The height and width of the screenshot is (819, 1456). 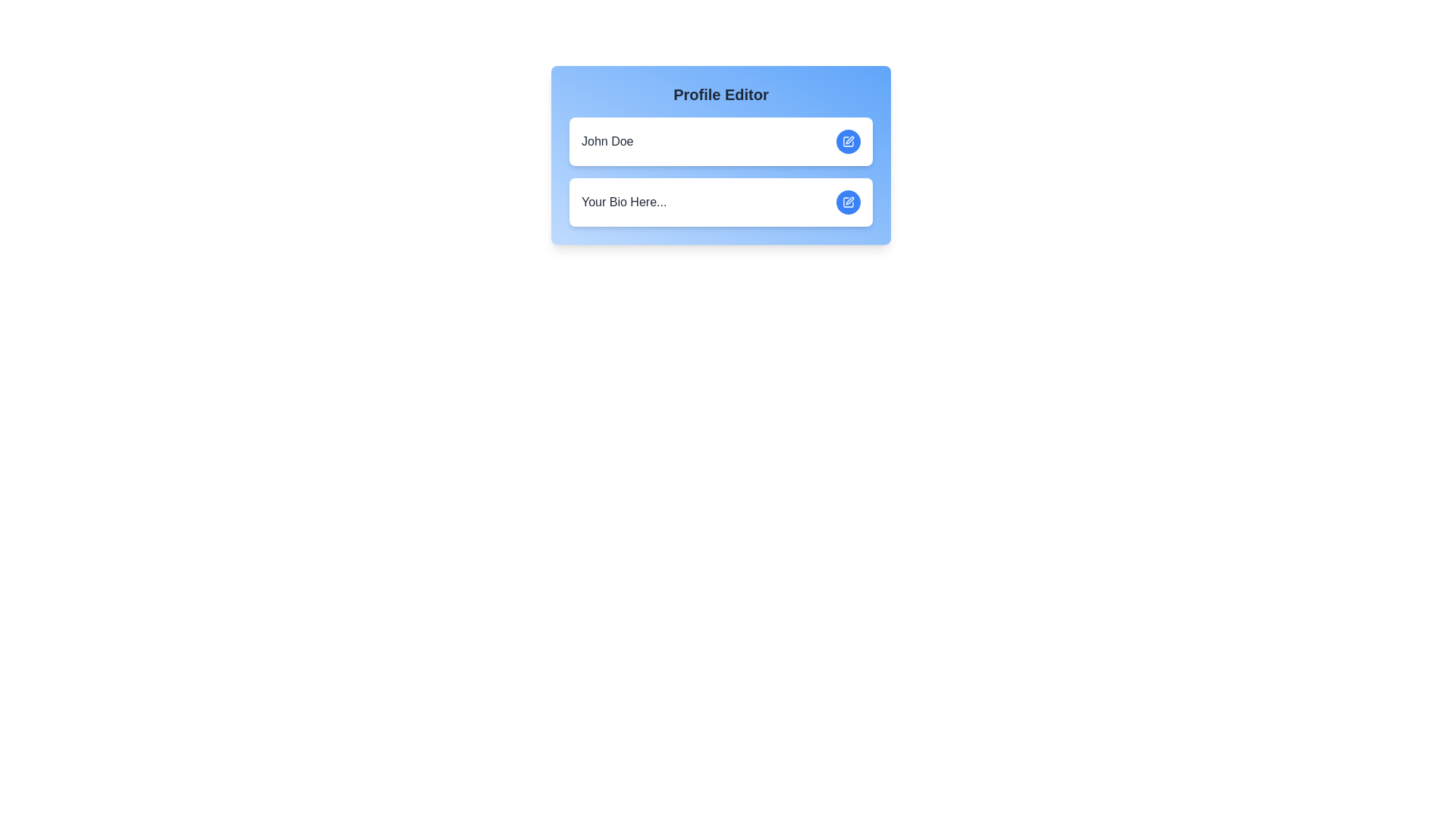 What do you see at coordinates (847, 141) in the screenshot?
I see `the pen icon within the solid blue circular button` at bounding box center [847, 141].